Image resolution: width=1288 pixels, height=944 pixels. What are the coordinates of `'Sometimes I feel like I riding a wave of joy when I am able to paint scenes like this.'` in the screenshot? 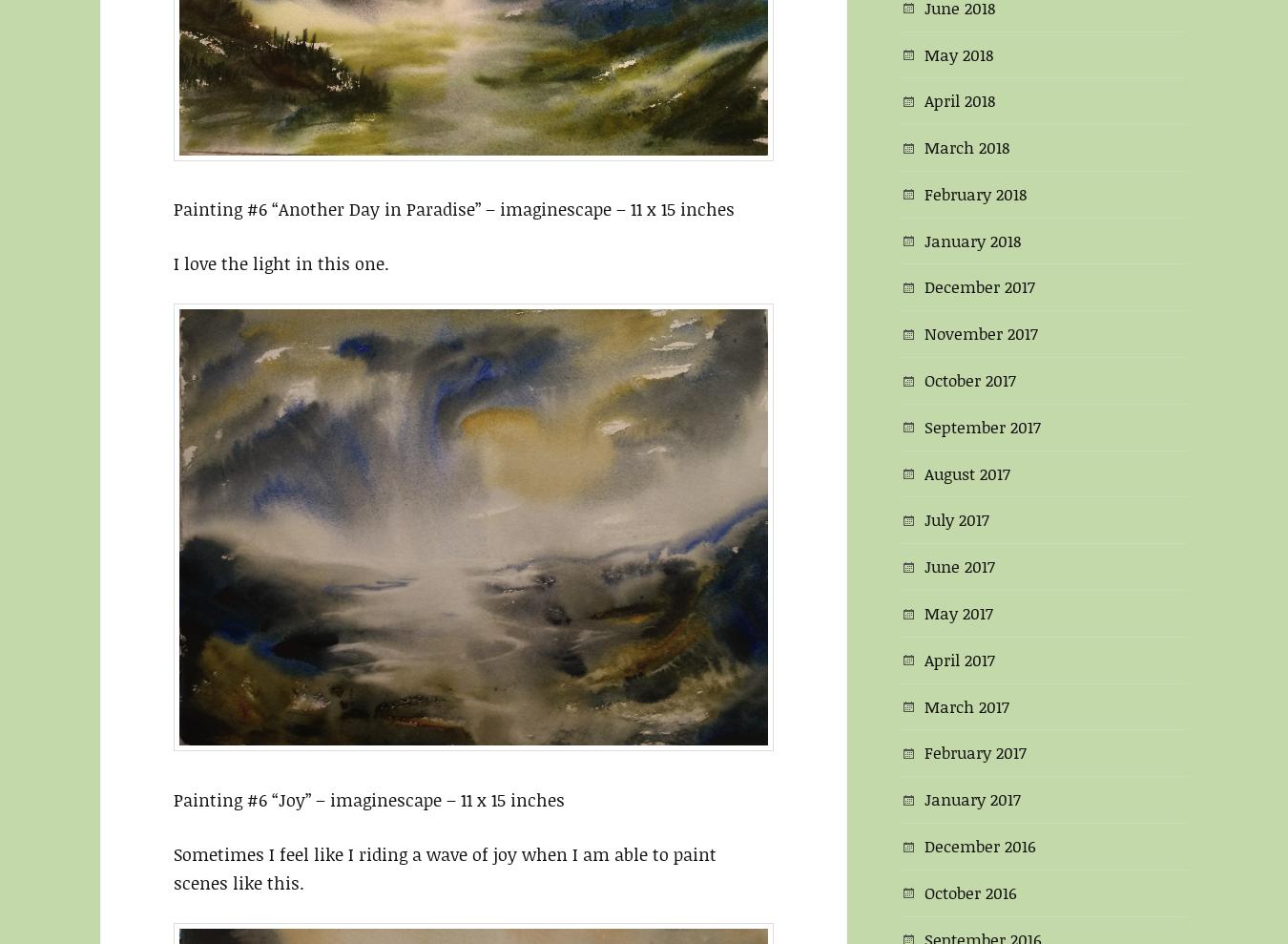 It's located at (444, 867).